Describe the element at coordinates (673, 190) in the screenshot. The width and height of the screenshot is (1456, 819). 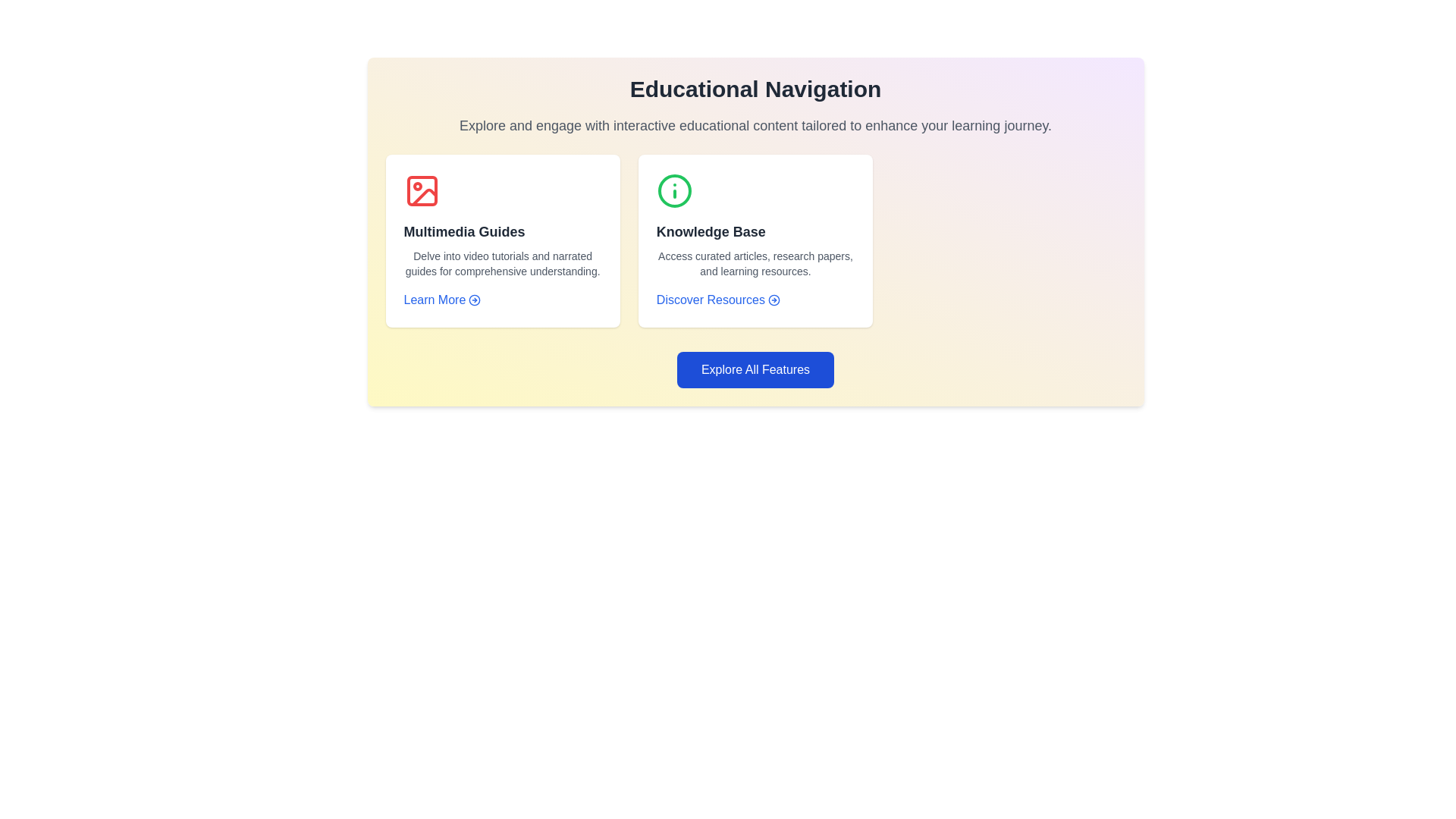
I see `the green circular icon with a lowercase 'i' at its center, located in the top-left position of the 'Knowledge Base' card` at that location.